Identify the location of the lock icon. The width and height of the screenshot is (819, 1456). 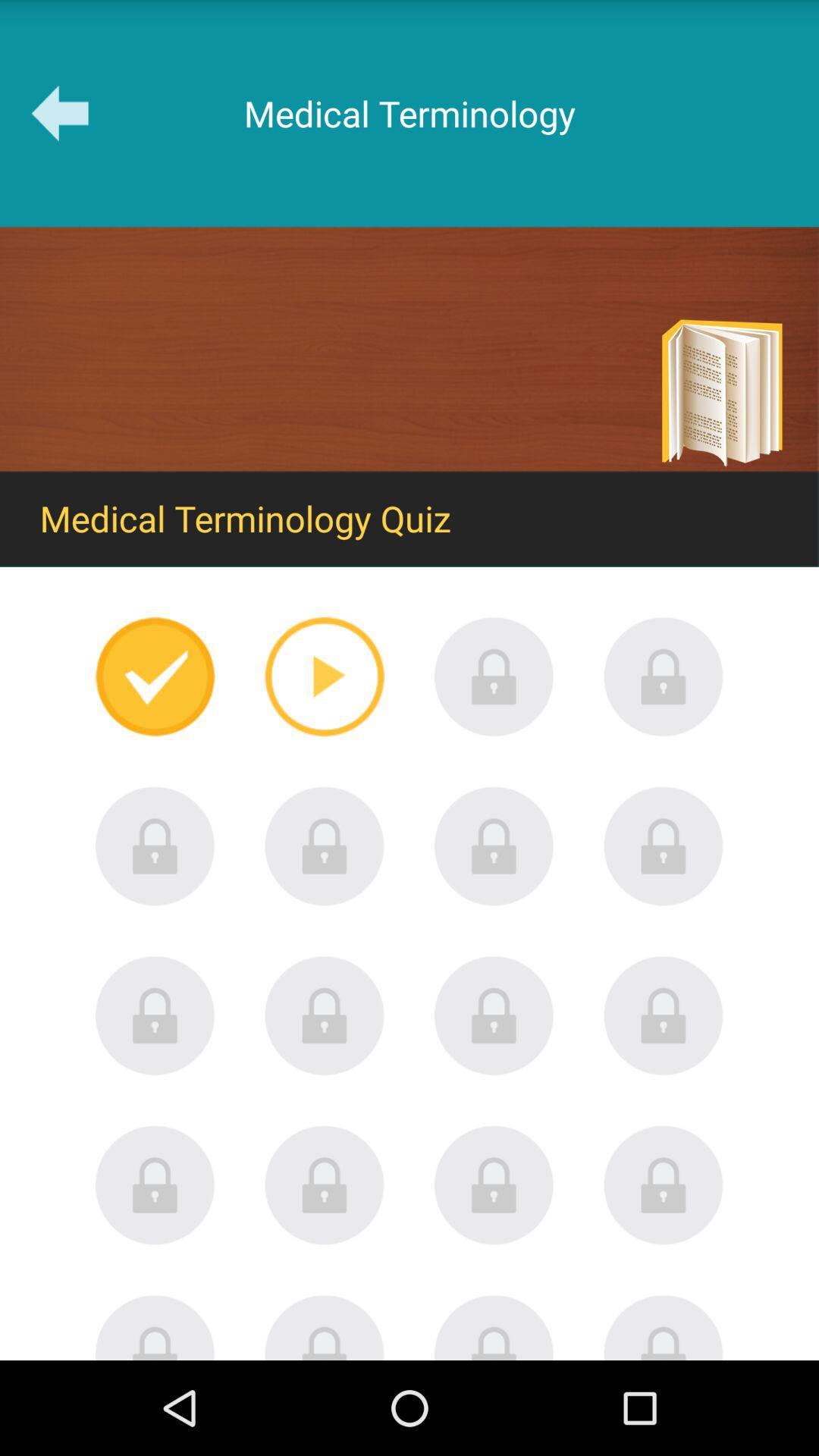
(155, 905).